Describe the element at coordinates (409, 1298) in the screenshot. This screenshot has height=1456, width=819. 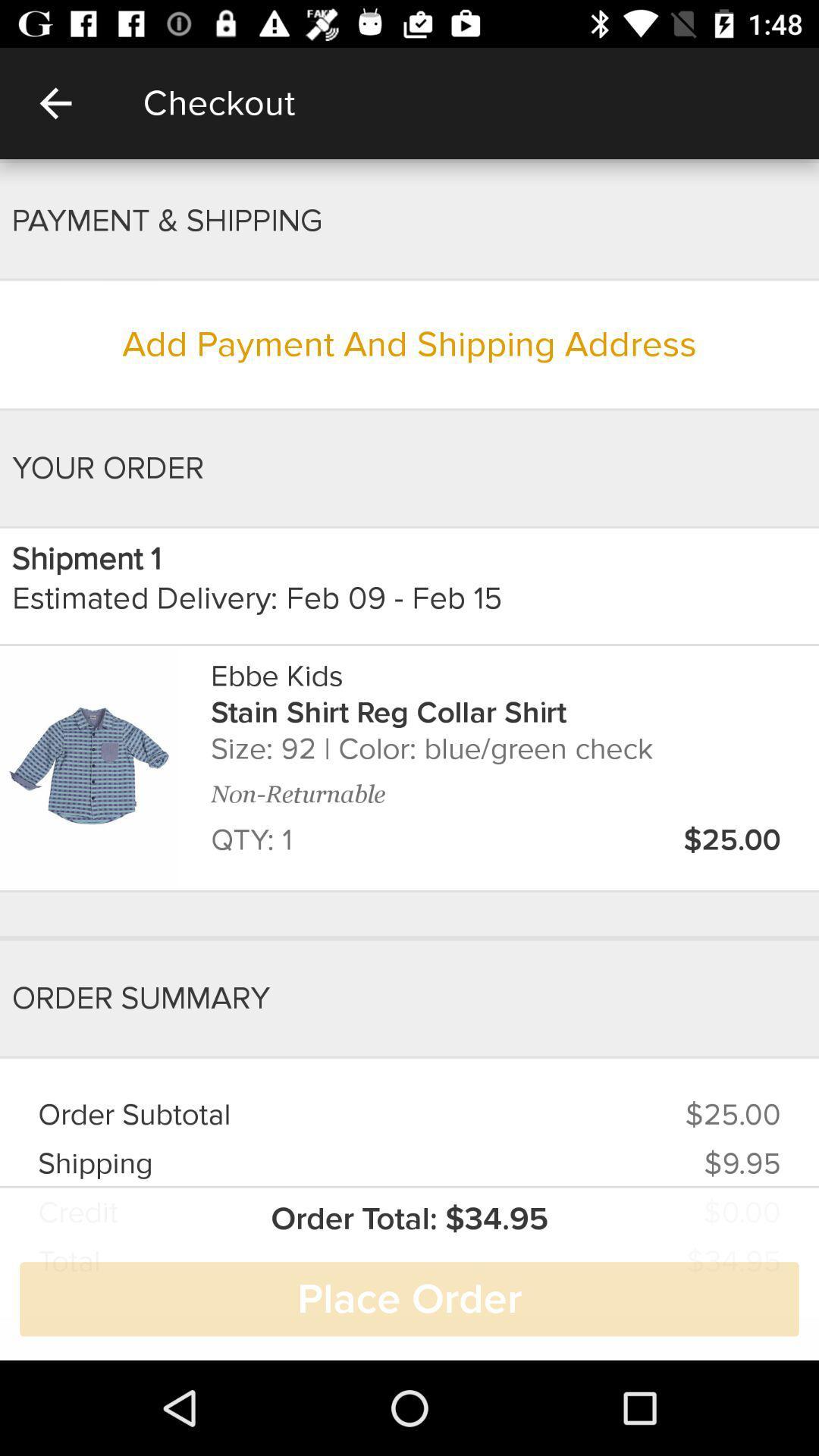
I see `the place order item` at that location.